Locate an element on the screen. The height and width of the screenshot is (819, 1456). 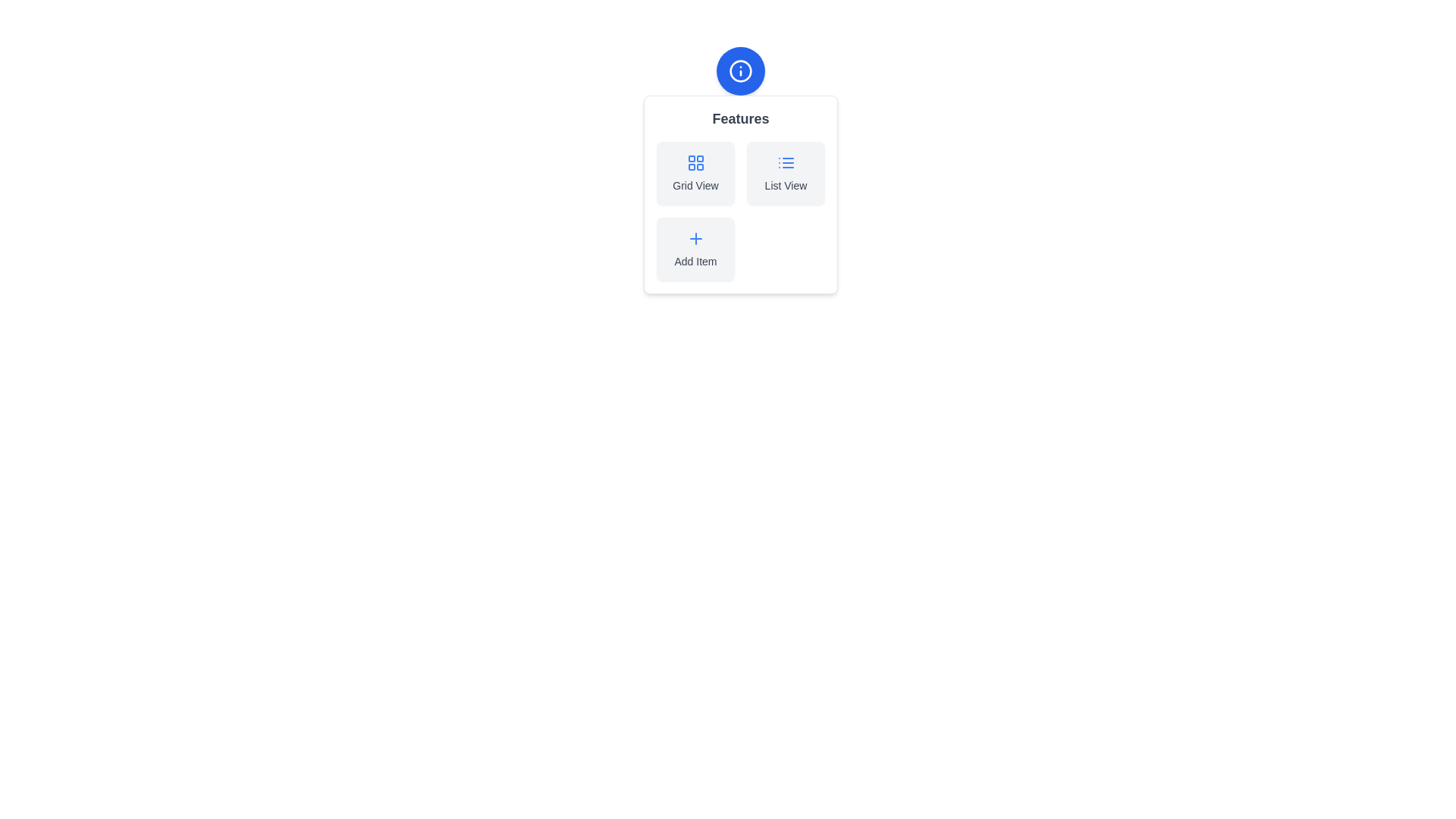
the 'Grid View' text label, which provides a description for the associated grid layout feature, located below the grid icon is located at coordinates (695, 185).